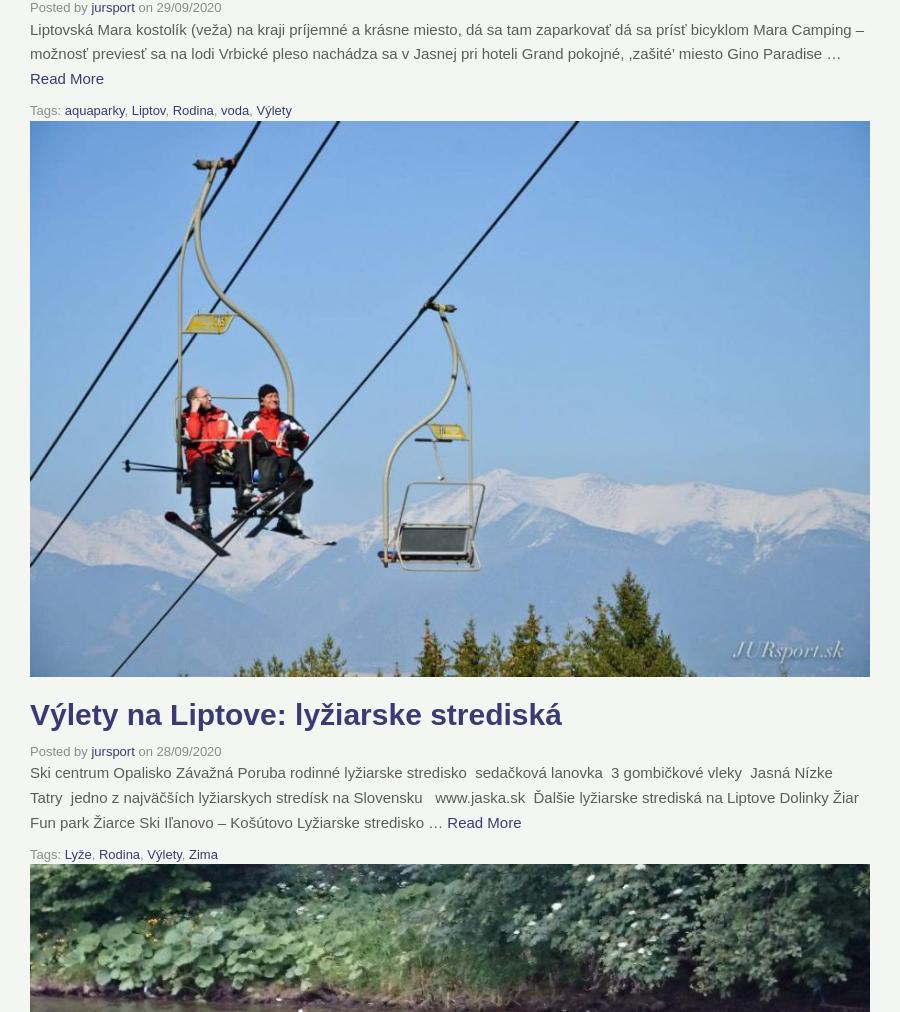 Image resolution: width=900 pixels, height=1012 pixels. What do you see at coordinates (147, 108) in the screenshot?
I see `'Liptov'` at bounding box center [147, 108].